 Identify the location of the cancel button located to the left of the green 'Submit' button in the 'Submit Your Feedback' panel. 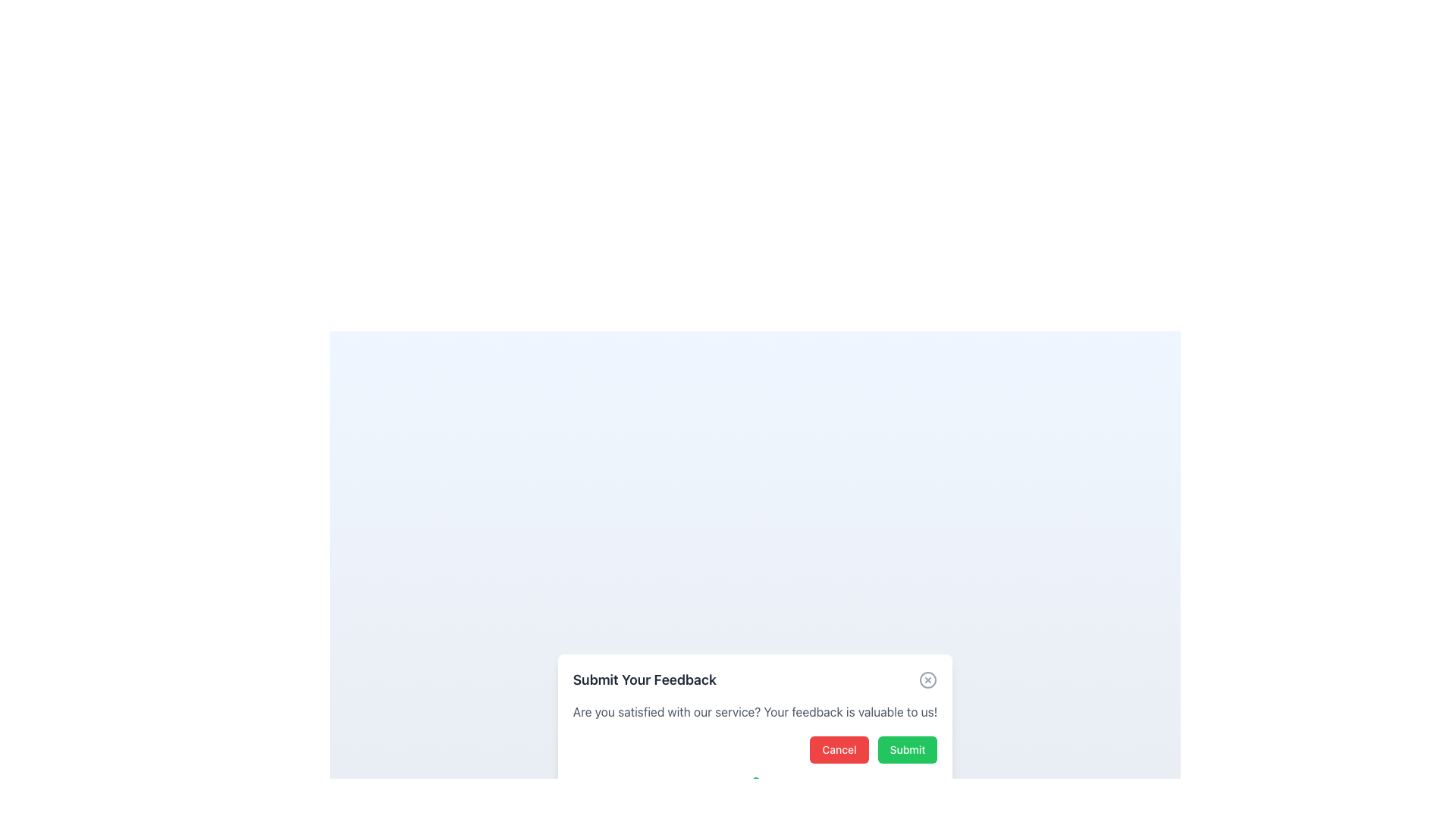
(838, 748).